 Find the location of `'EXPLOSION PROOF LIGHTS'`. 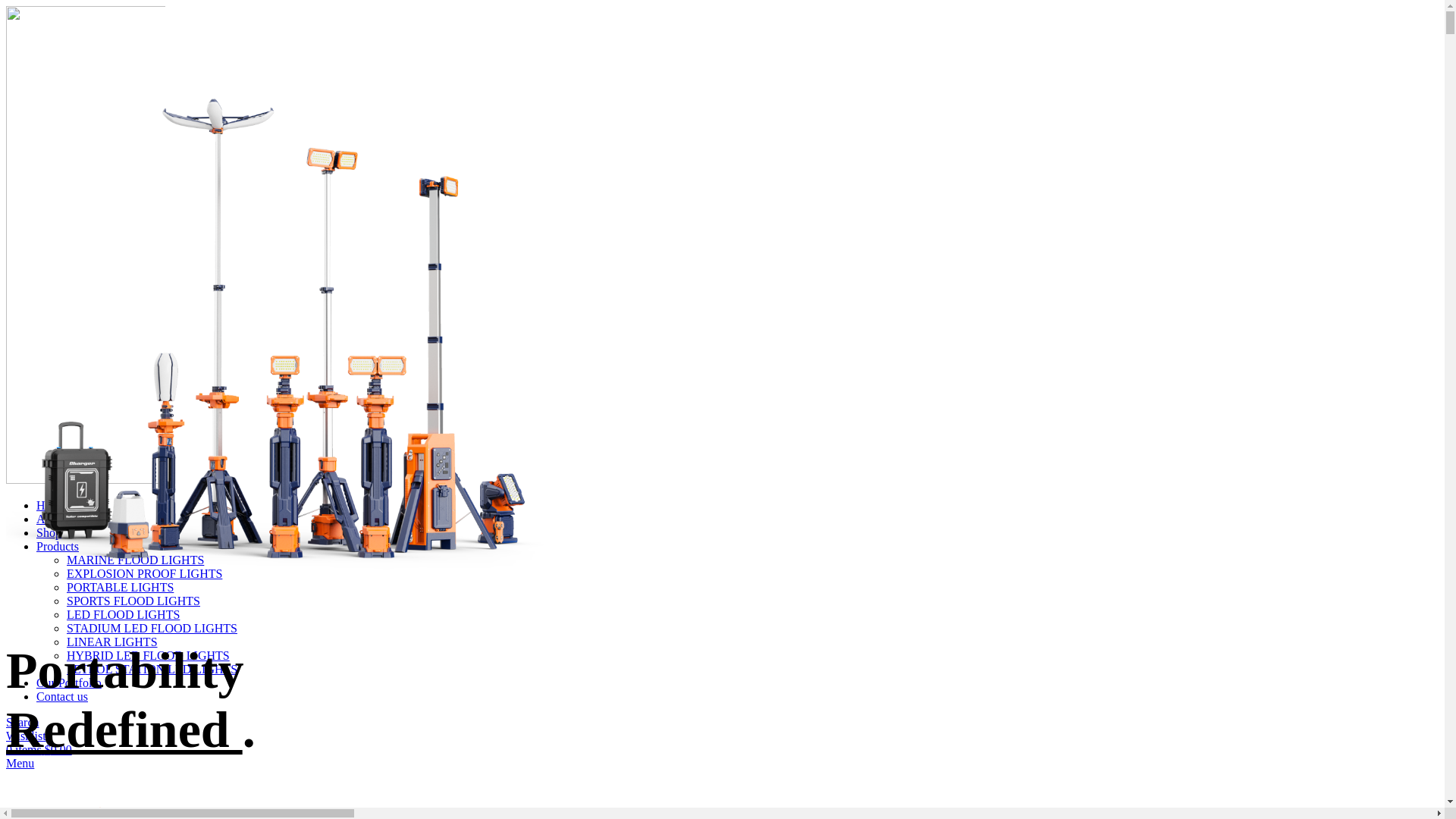

'EXPLOSION PROOF LIGHTS' is located at coordinates (144, 573).